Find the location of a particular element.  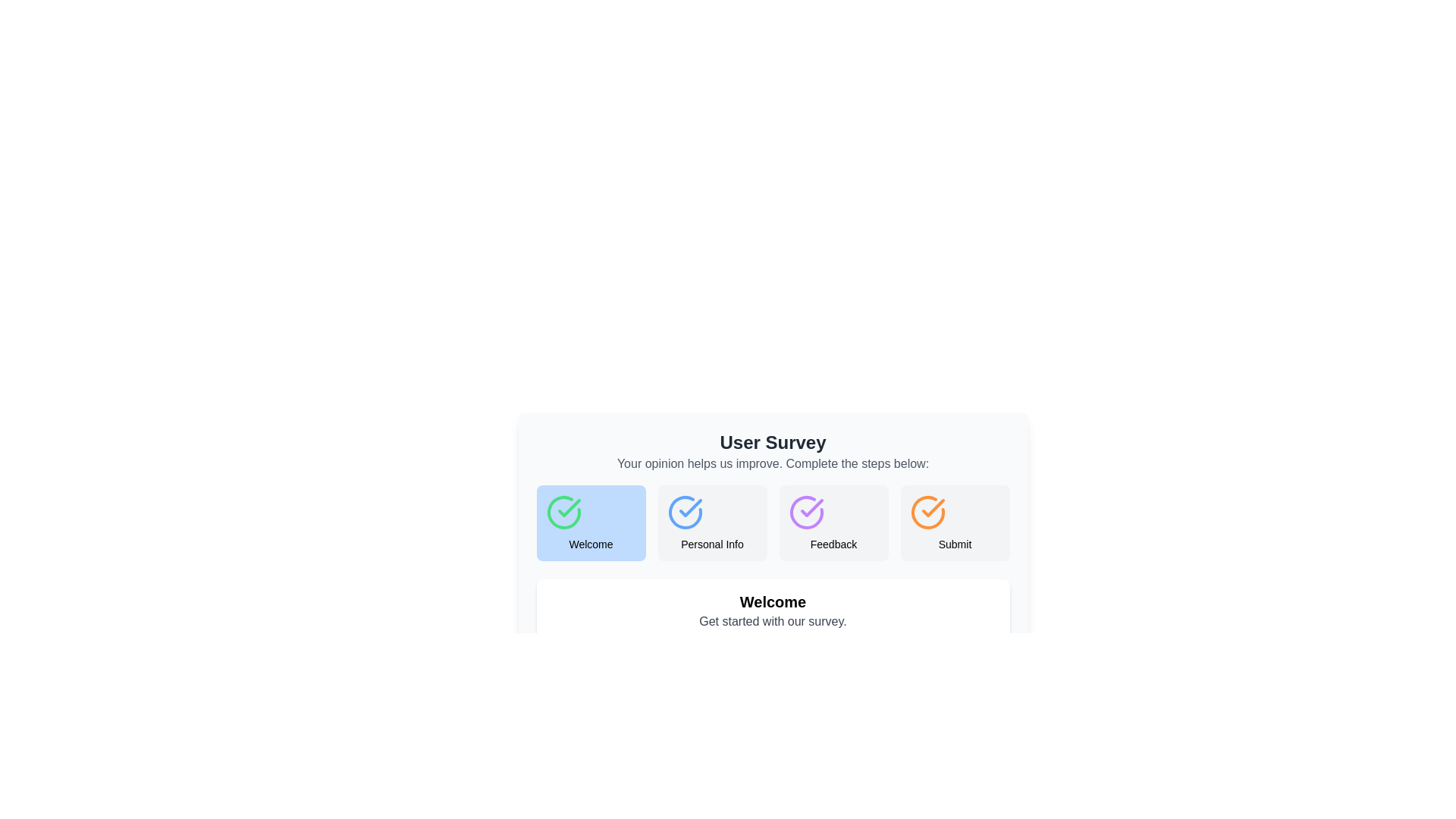

content displayed in the Text heading, which serves as the title of the survey form section, clearly identifying the form's purpose to the user is located at coordinates (773, 442).